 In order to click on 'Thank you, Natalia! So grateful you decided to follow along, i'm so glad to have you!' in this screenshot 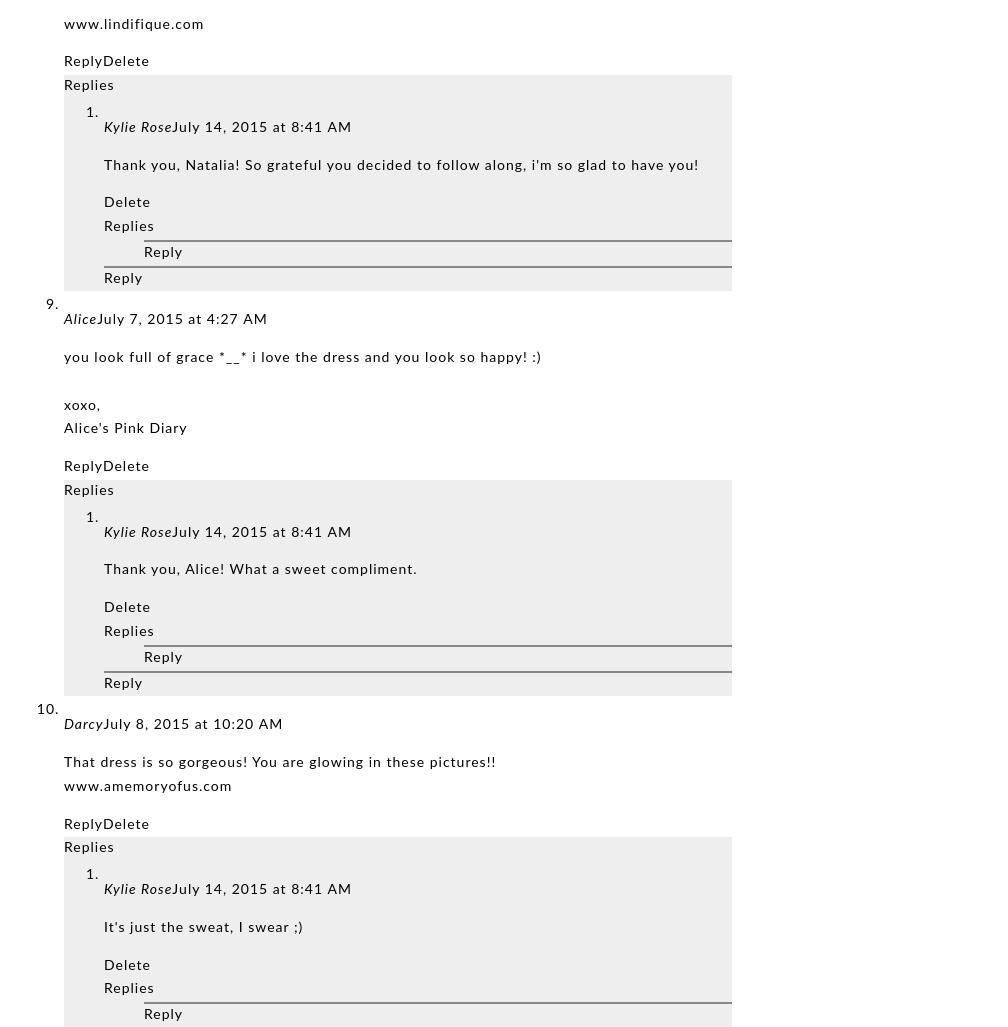, I will do `click(401, 165)`.